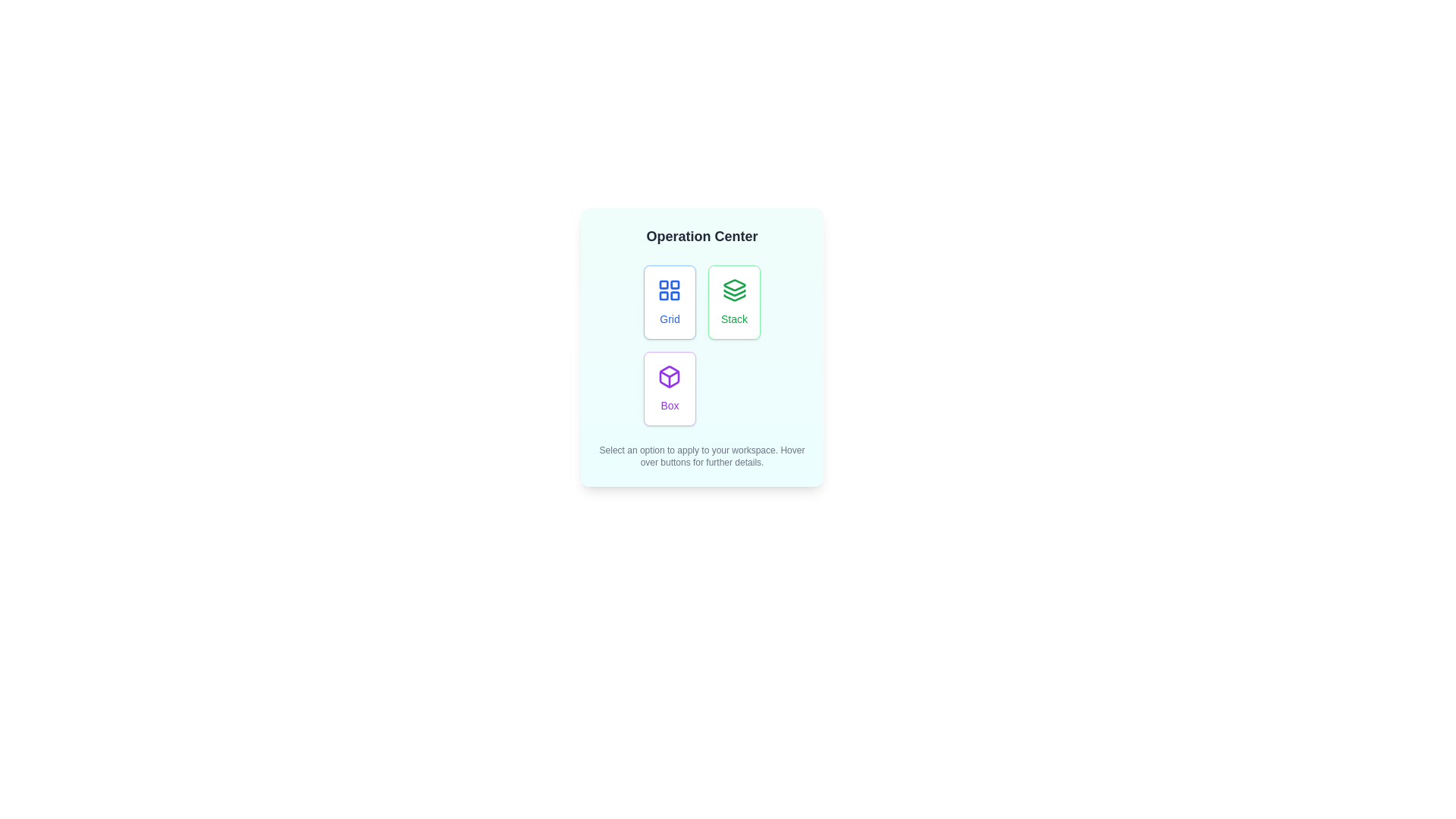  What do you see at coordinates (734, 302) in the screenshot?
I see `the 'Stack' button, which has a white background, green text, and an icon of stacked layers` at bounding box center [734, 302].